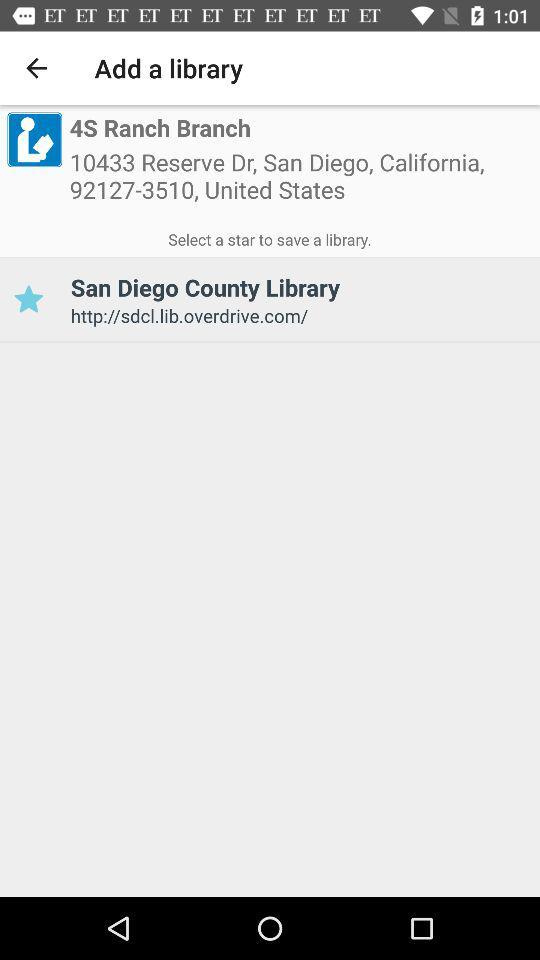 Image resolution: width=540 pixels, height=960 pixels. Describe the element at coordinates (297, 315) in the screenshot. I see `item below the san diego county` at that location.